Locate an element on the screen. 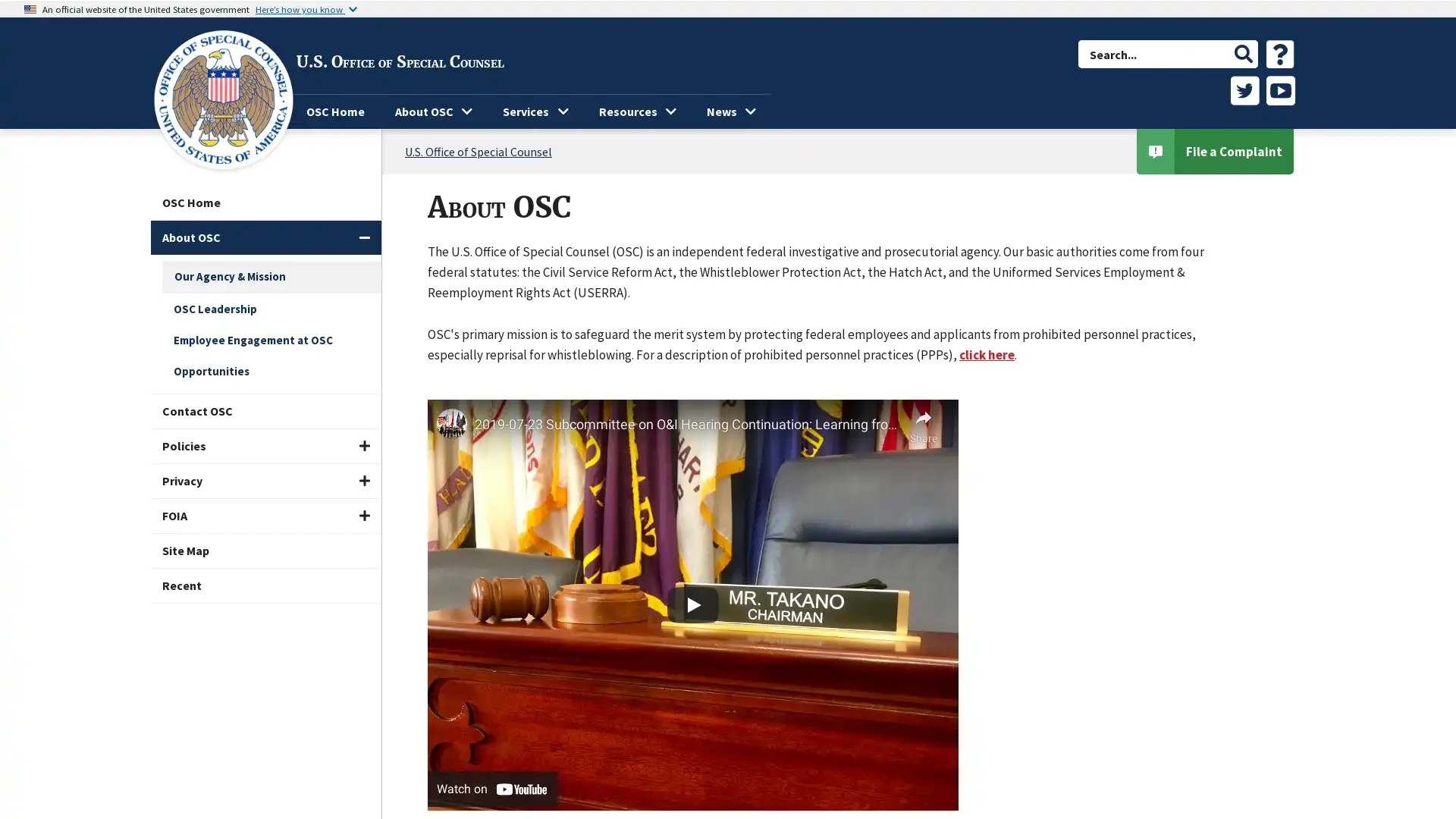 The width and height of the screenshot is (1456, 819). About OSC is located at coordinates (265, 237).